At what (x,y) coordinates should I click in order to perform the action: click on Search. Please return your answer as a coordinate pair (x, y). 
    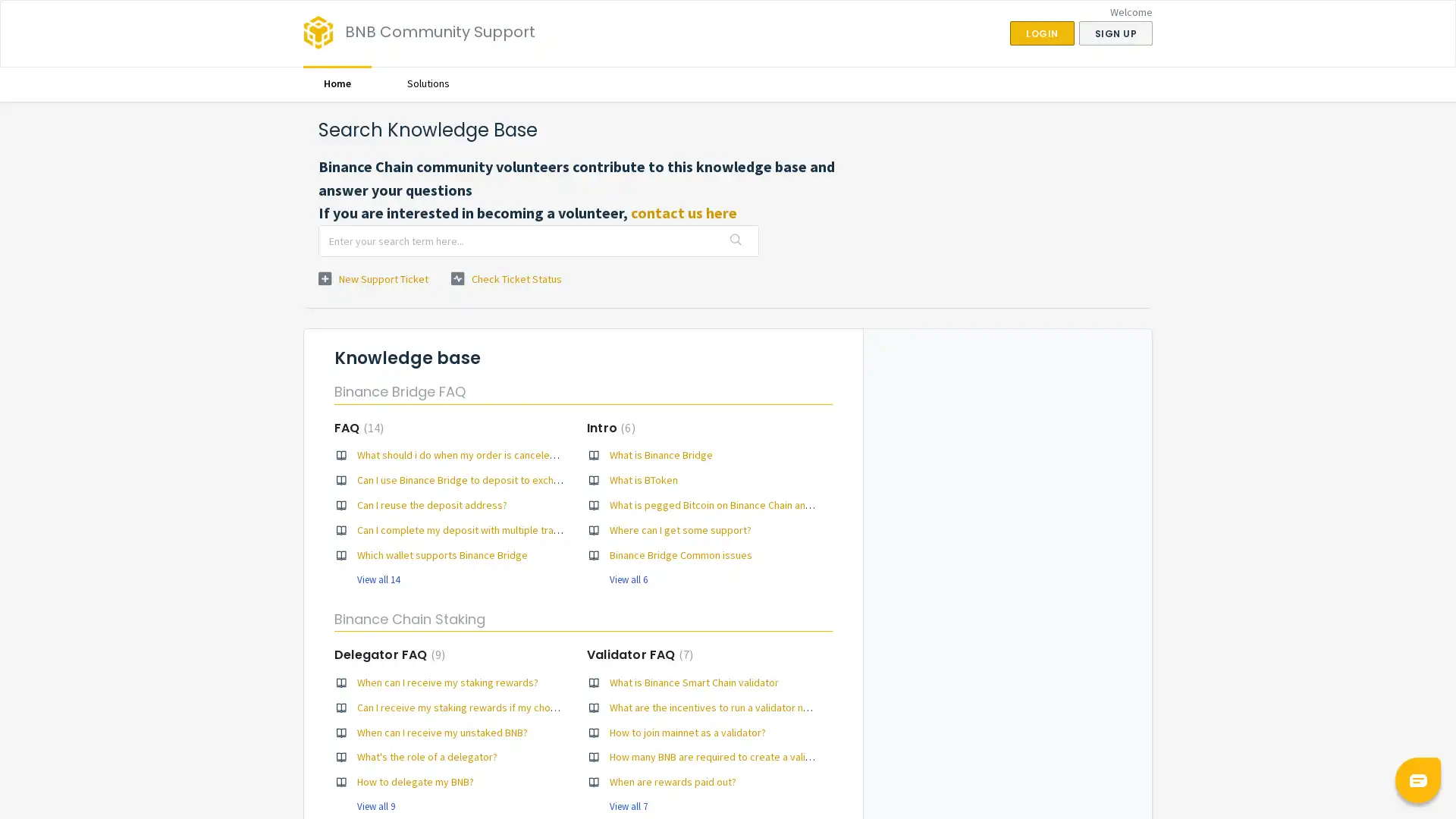
    Looking at the image, I should click on (735, 239).